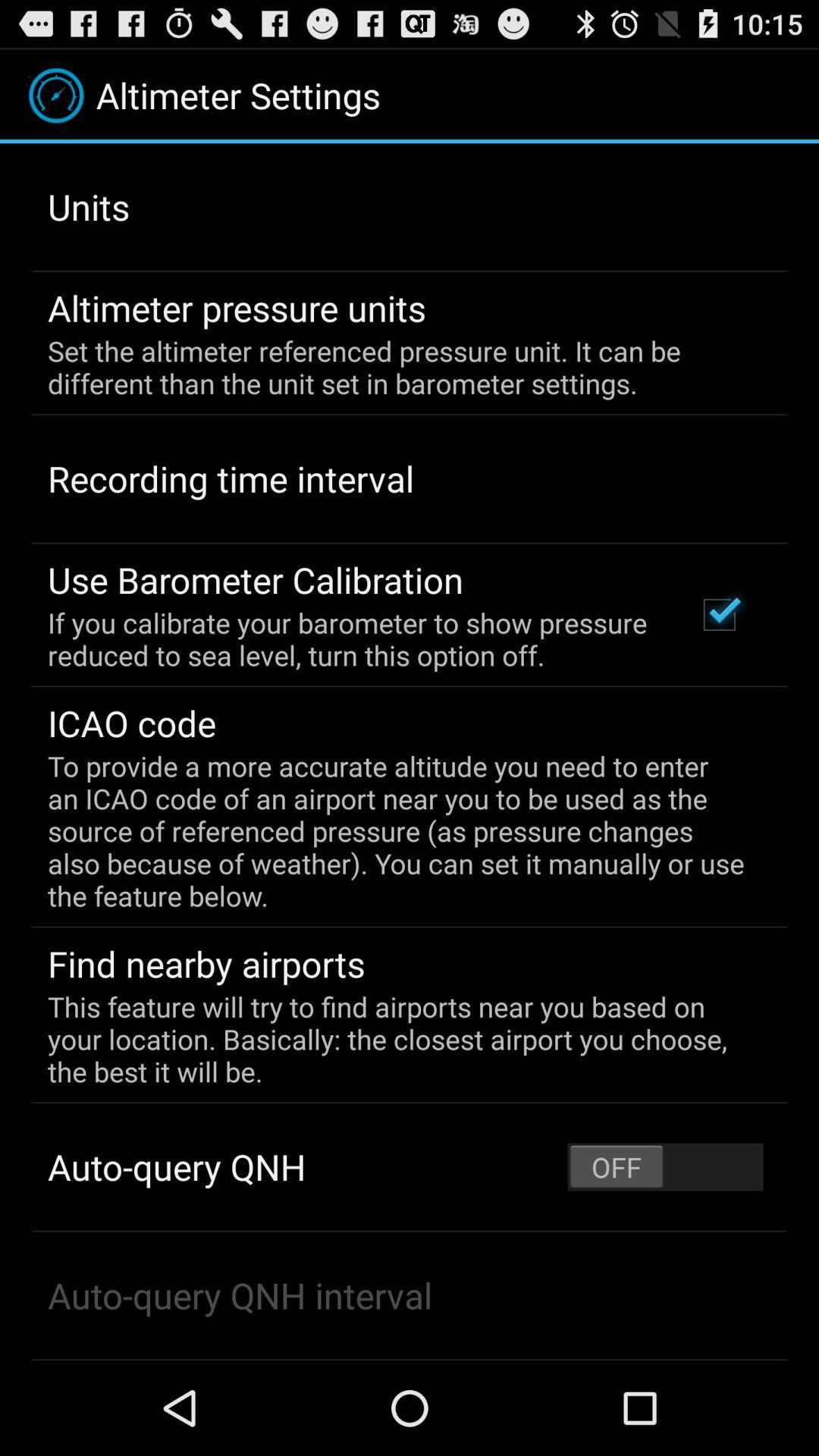 This screenshot has width=819, height=1456. What do you see at coordinates (664, 1166) in the screenshot?
I see `item below this feature will item` at bounding box center [664, 1166].